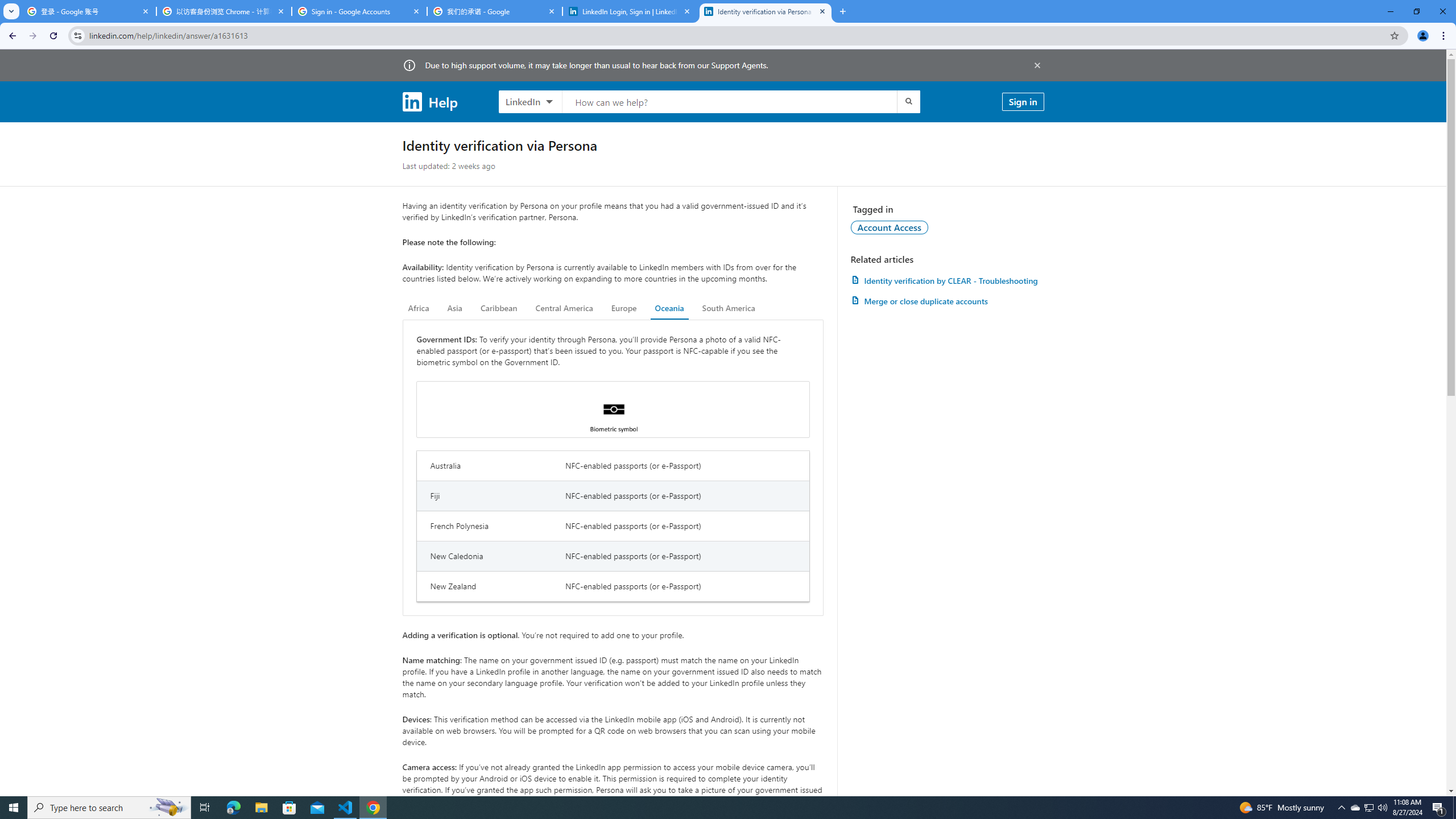  Describe the element at coordinates (946, 280) in the screenshot. I see `'AutomationID: article-link-a1457505'` at that location.